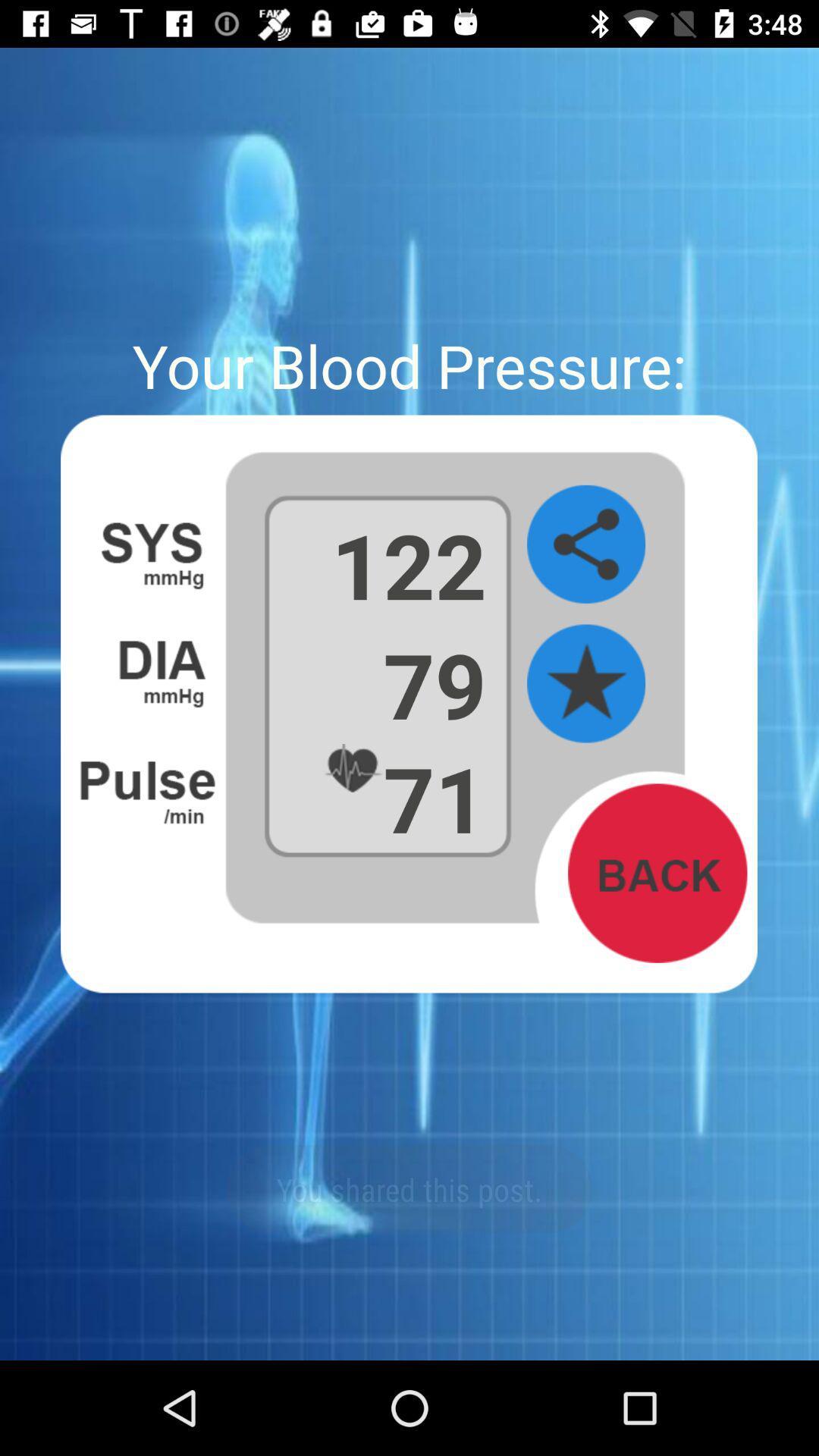 The height and width of the screenshot is (1456, 819). Describe the element at coordinates (585, 683) in the screenshot. I see `favorites` at that location.